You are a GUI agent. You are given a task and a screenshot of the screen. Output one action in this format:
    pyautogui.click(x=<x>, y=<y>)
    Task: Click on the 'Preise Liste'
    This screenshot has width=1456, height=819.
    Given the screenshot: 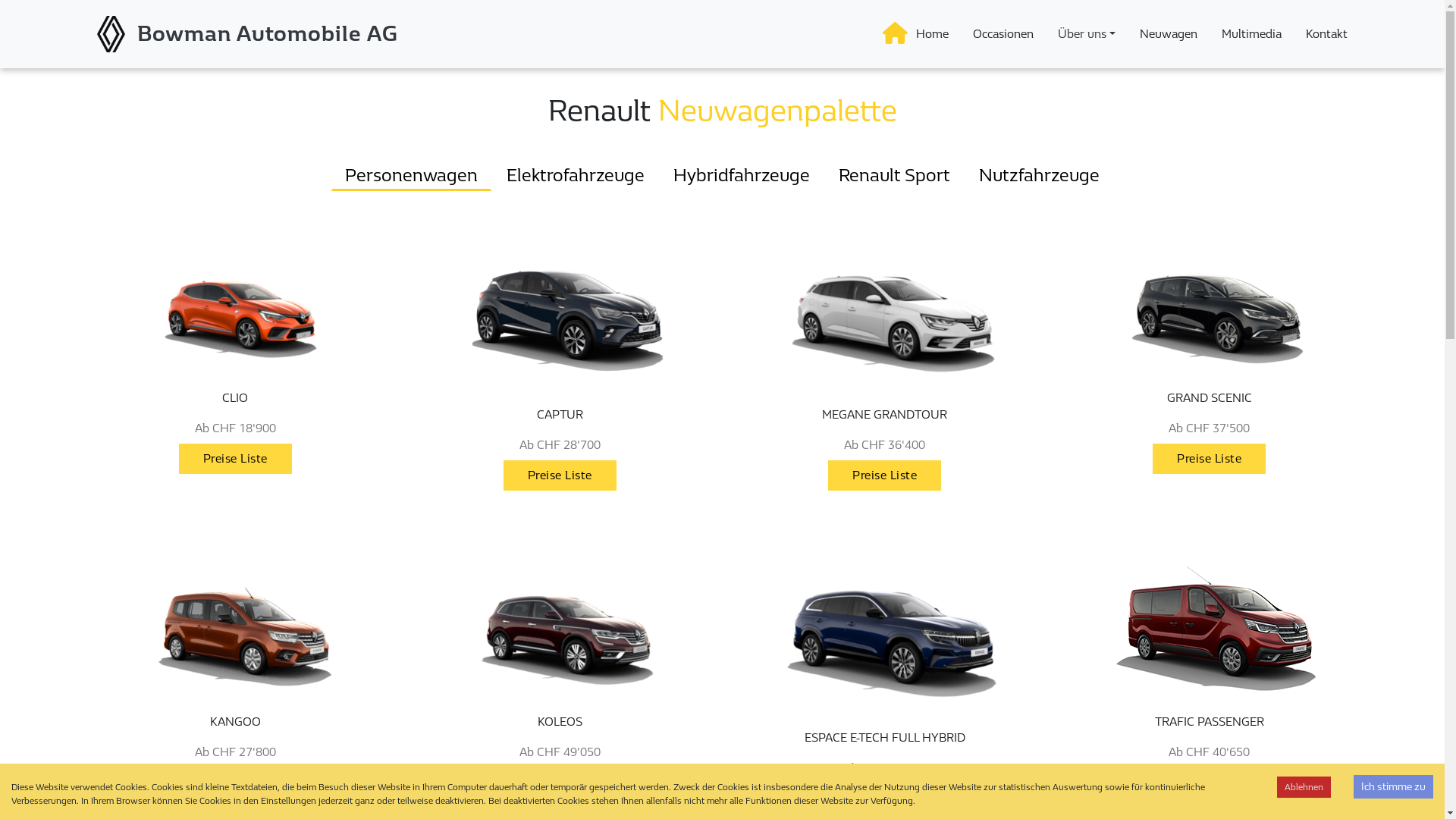 What is the action you would take?
    pyautogui.click(x=884, y=475)
    